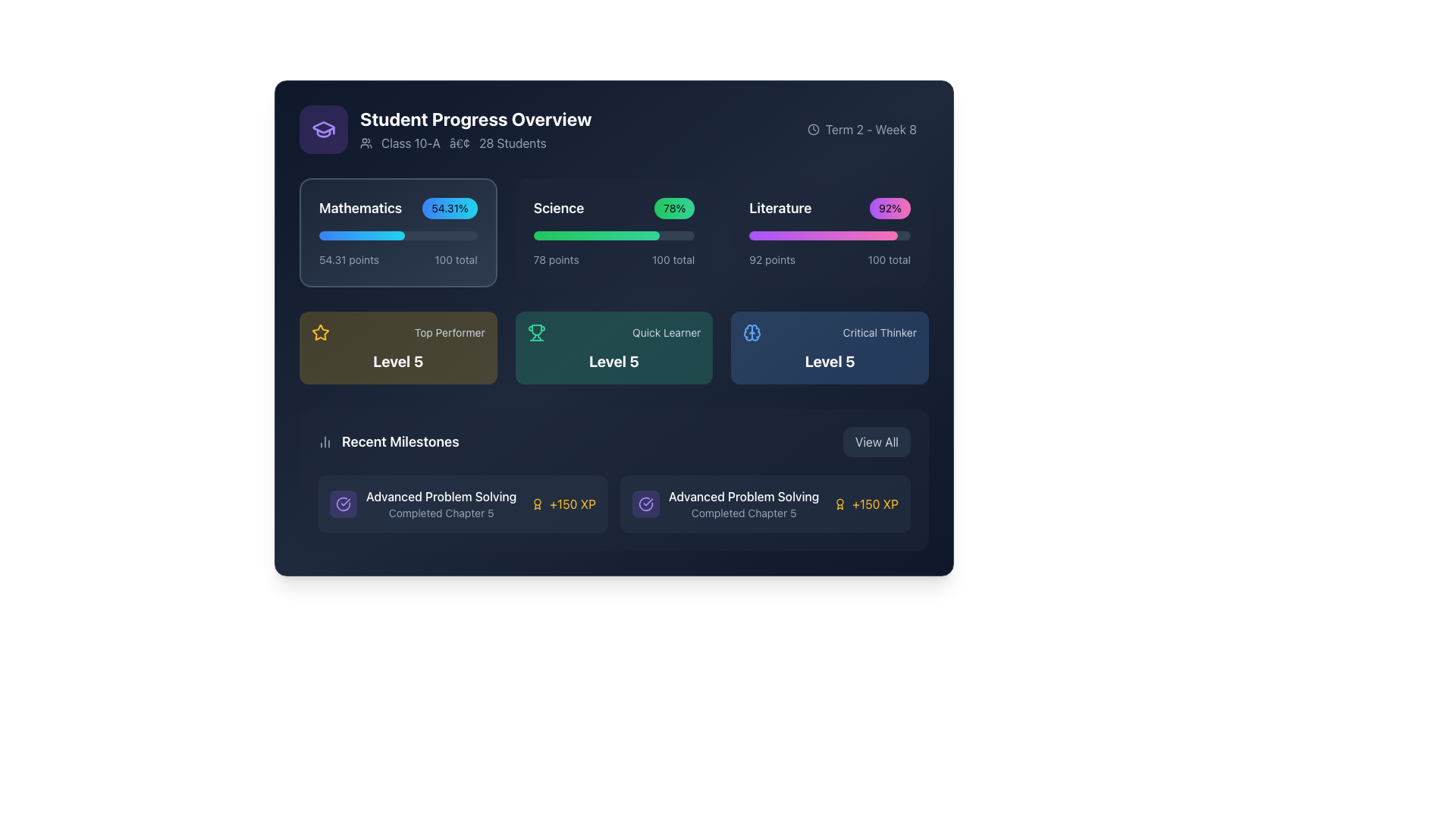  I want to click on the 'Advanced Problem Solving' text label in the 'Recent Milestones' section, which provides information about a completed milestone, so click(744, 497).